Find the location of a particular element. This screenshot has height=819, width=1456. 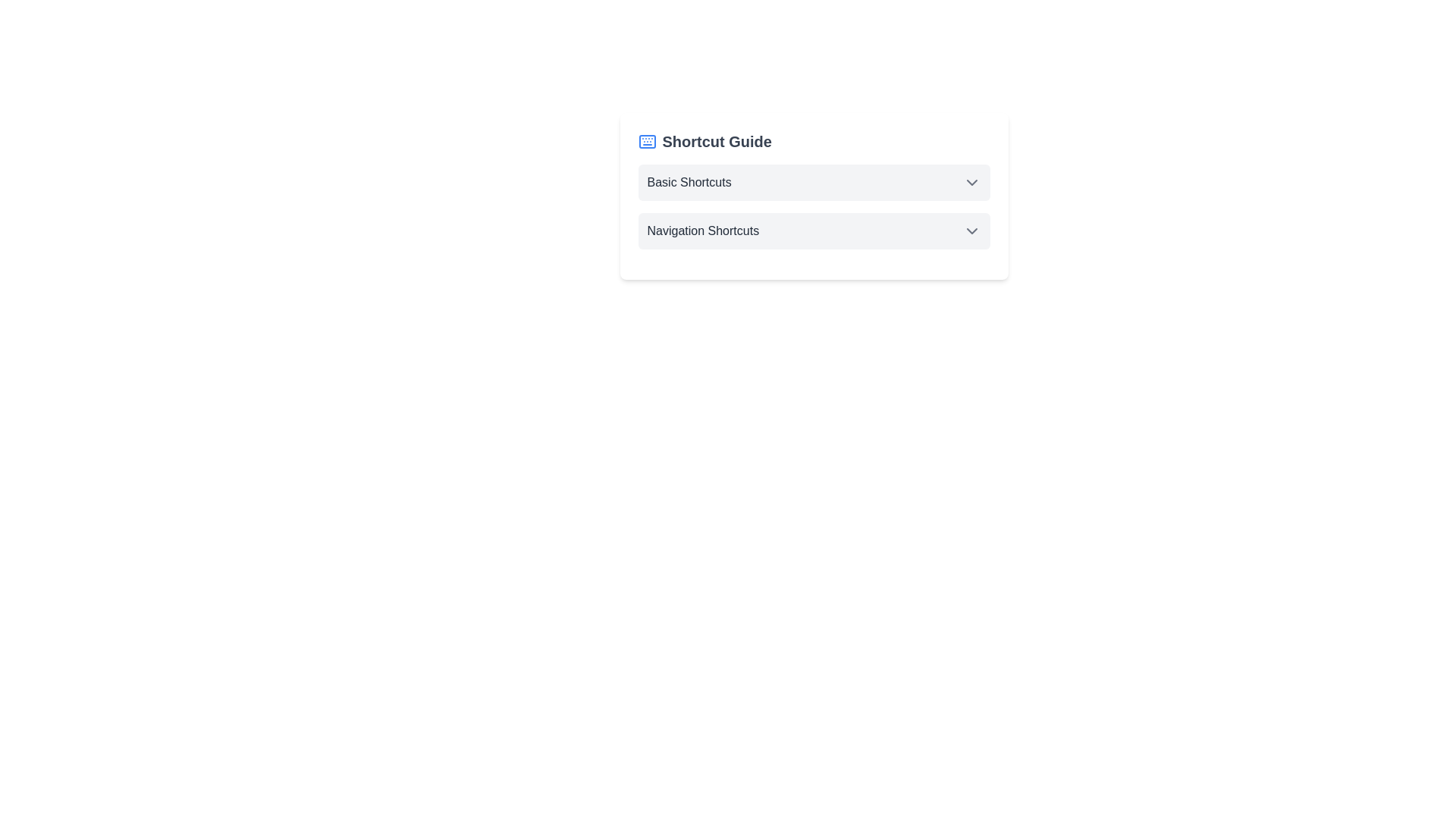

the vivid blue keyboard icon located to the left of the 'Shortcut Guide' text header is located at coordinates (647, 141).